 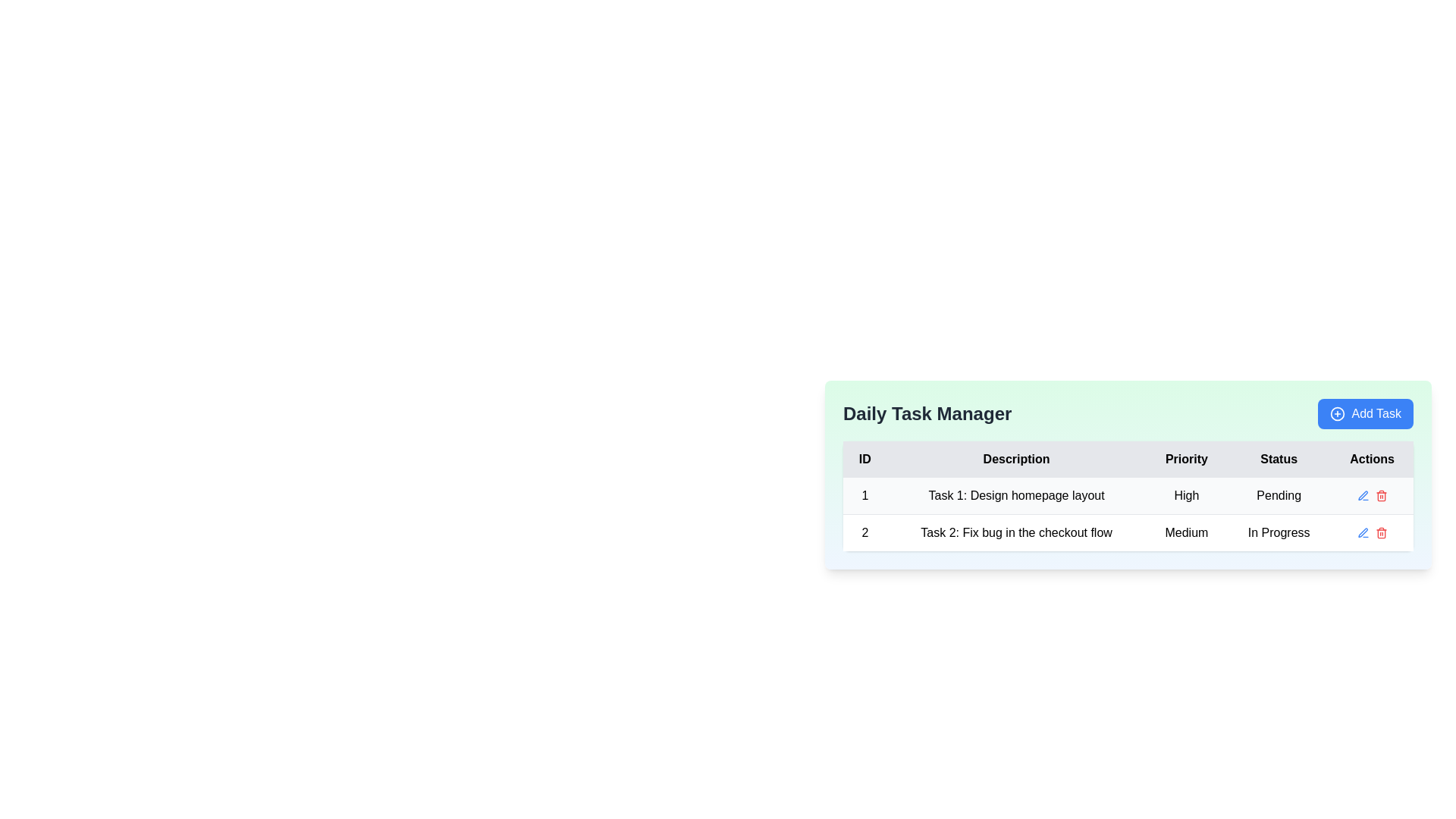 I want to click on the text label displaying the numeral '2' in the 'ID' column of the 'Daily Task Manager' table, which is centered within a small rectangular cell, so click(x=864, y=532).